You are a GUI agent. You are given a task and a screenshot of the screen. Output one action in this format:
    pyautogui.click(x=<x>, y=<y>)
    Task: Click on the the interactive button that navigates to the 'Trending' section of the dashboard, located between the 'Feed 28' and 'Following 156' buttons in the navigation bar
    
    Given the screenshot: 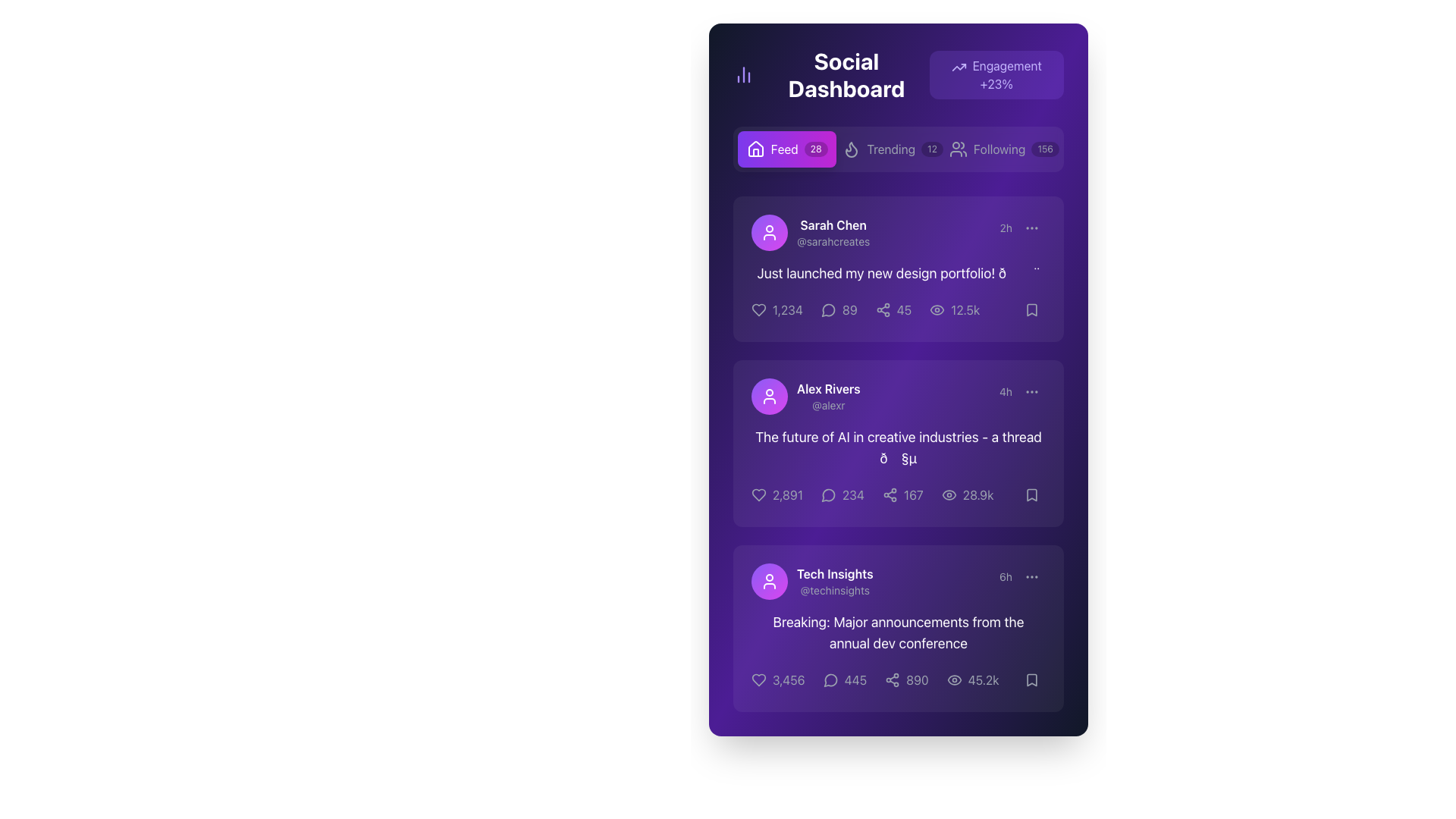 What is the action you would take?
    pyautogui.click(x=893, y=149)
    